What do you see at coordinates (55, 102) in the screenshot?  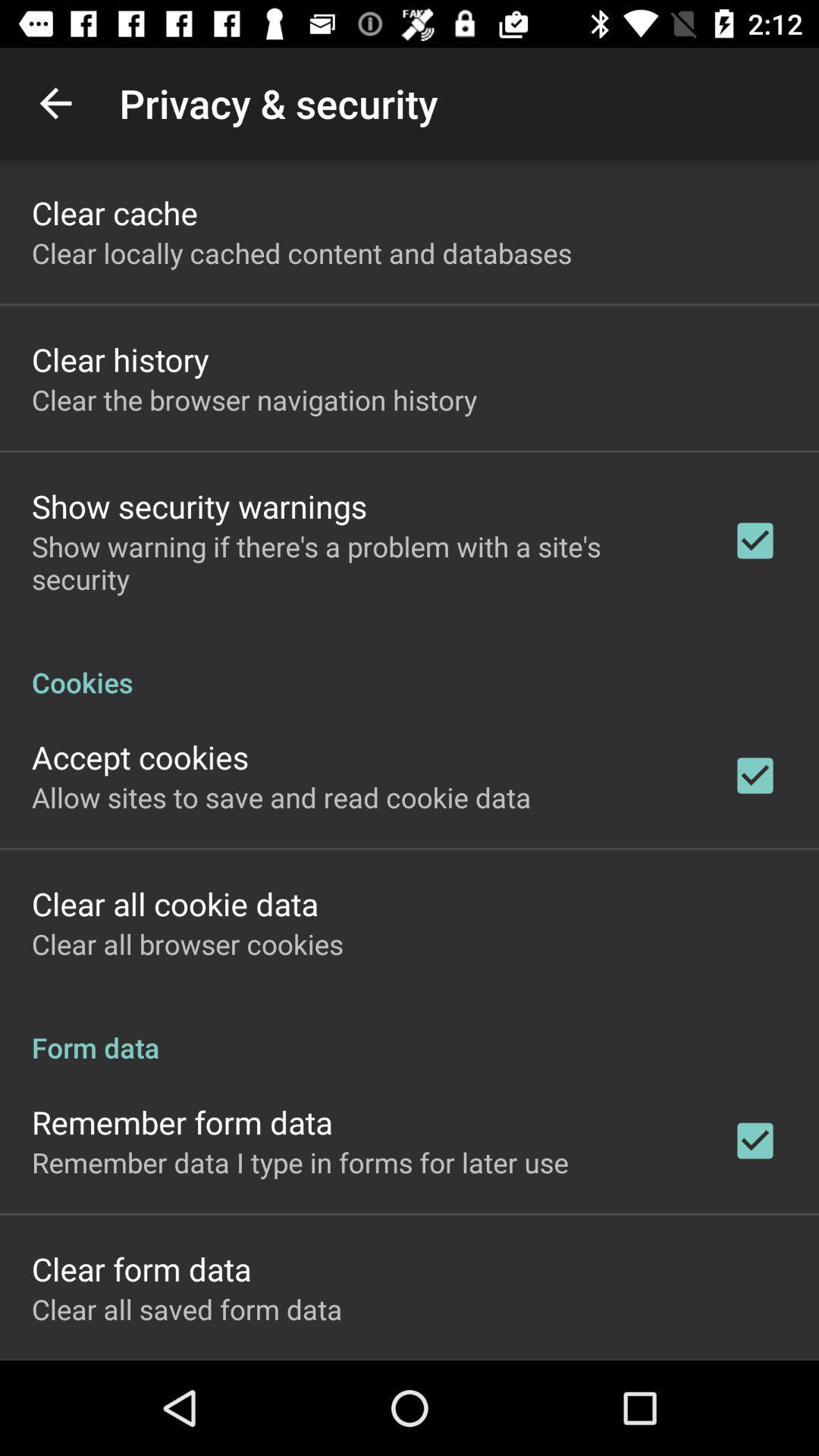 I see `the icon next to privacy & security icon` at bounding box center [55, 102].